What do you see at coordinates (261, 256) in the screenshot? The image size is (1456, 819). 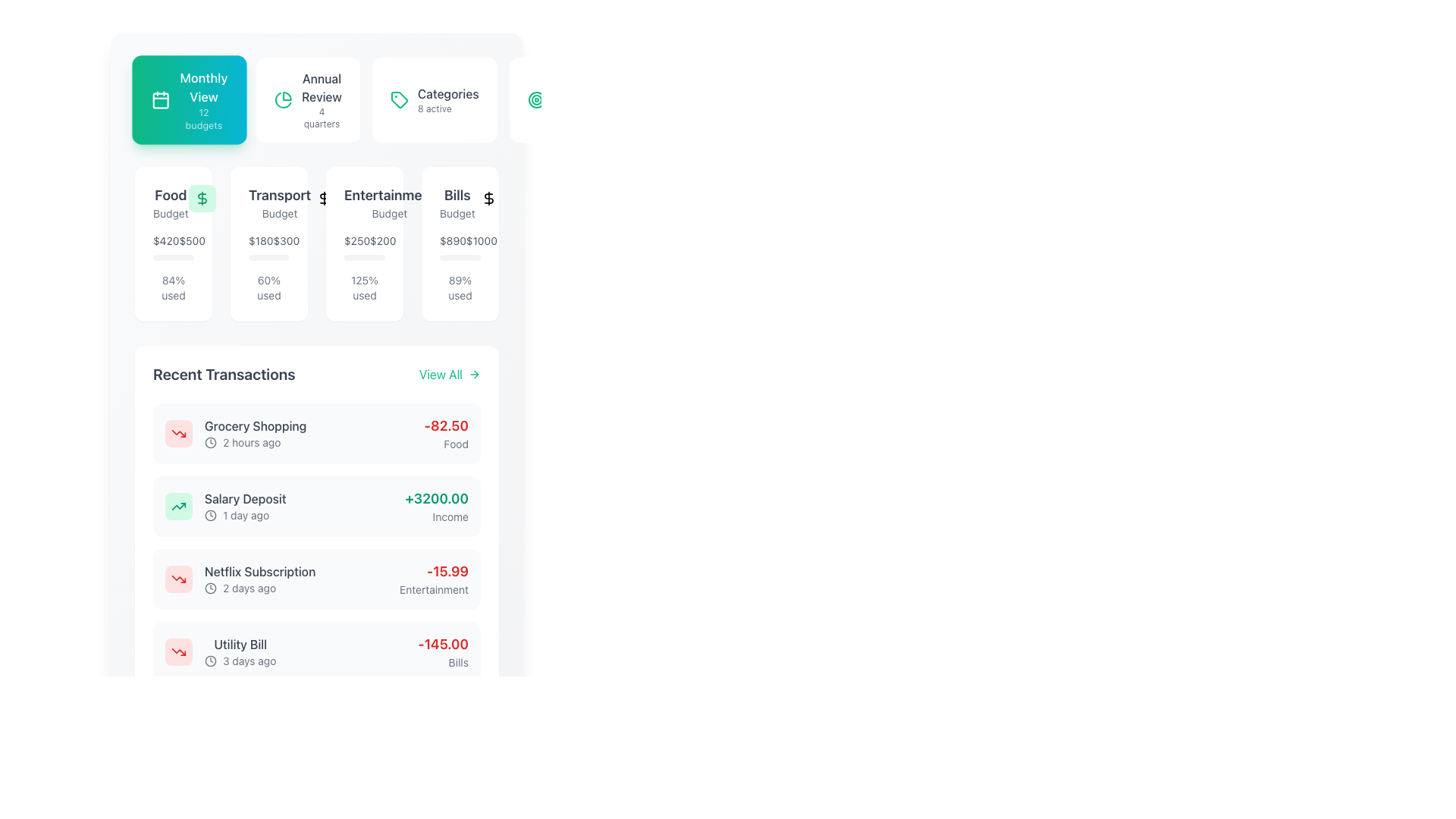 I see `the progress bar indicating 60% usage within the 'Transport' budget card, located beneath the budget details and above the percentage usage details` at bounding box center [261, 256].